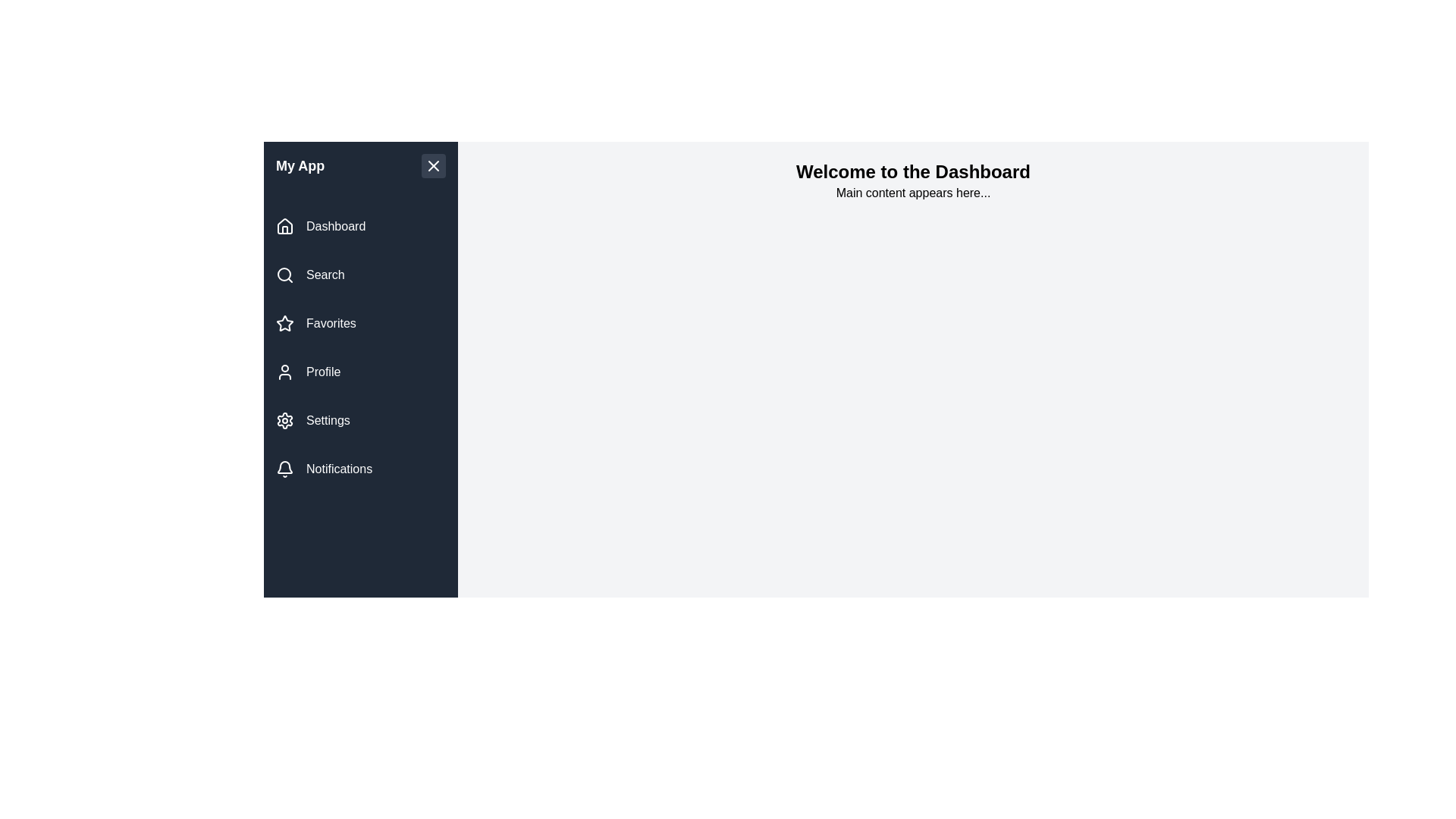 The width and height of the screenshot is (1456, 819). Describe the element at coordinates (359, 421) in the screenshot. I see `the navigation link labeled Settings` at that location.